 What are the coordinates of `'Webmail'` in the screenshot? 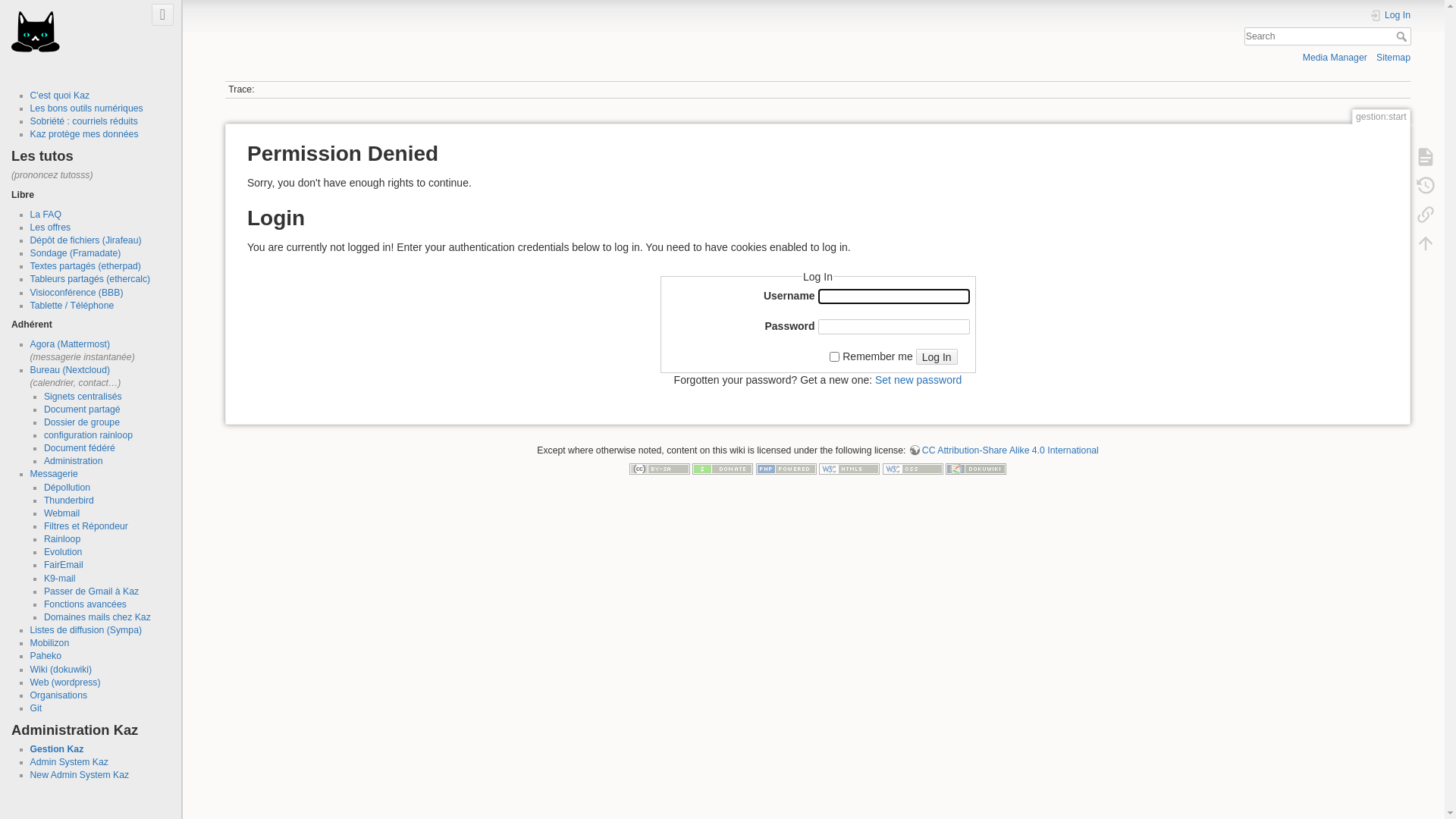 It's located at (61, 513).